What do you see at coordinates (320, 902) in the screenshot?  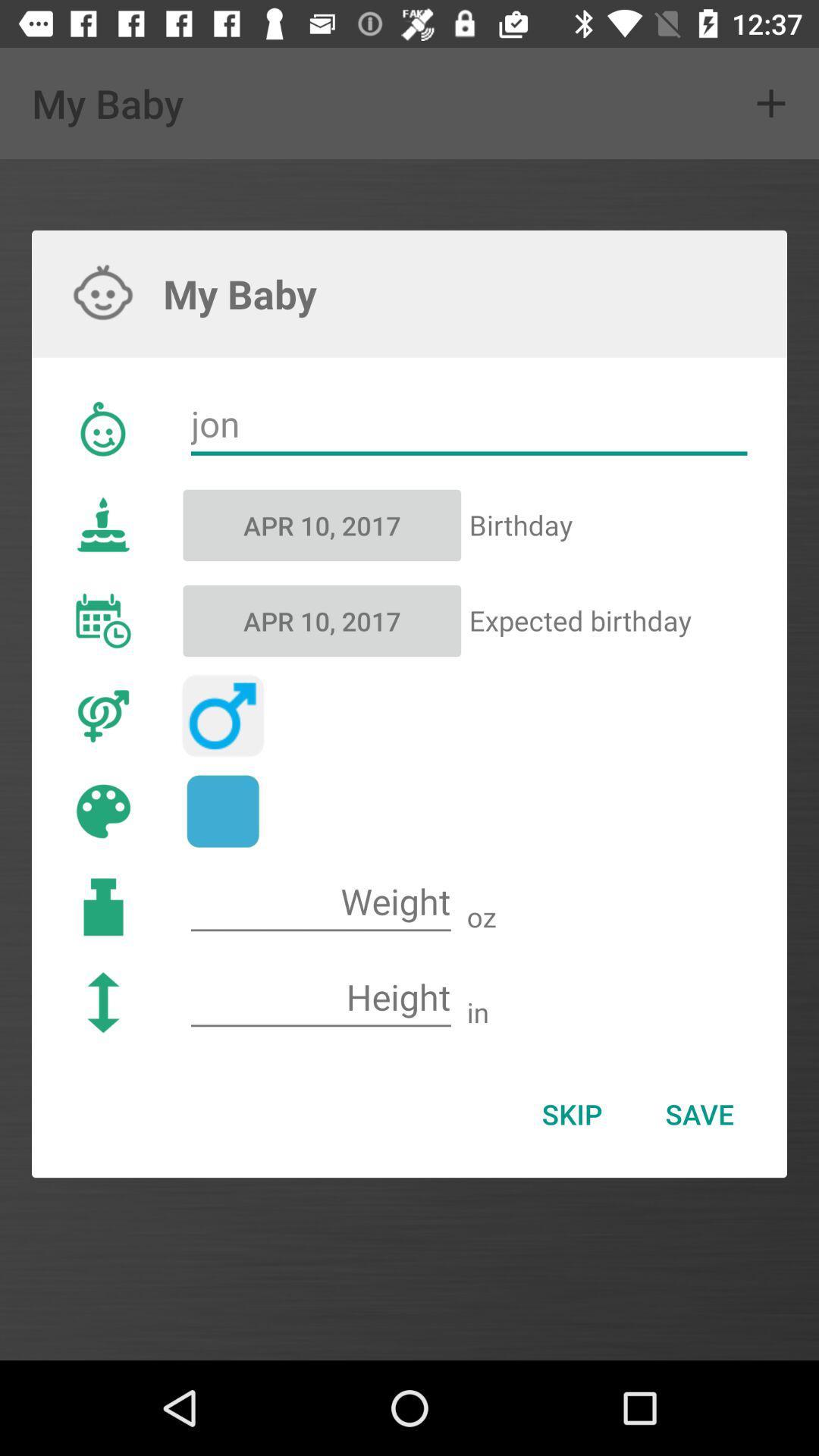 I see `baby 's weight` at bounding box center [320, 902].